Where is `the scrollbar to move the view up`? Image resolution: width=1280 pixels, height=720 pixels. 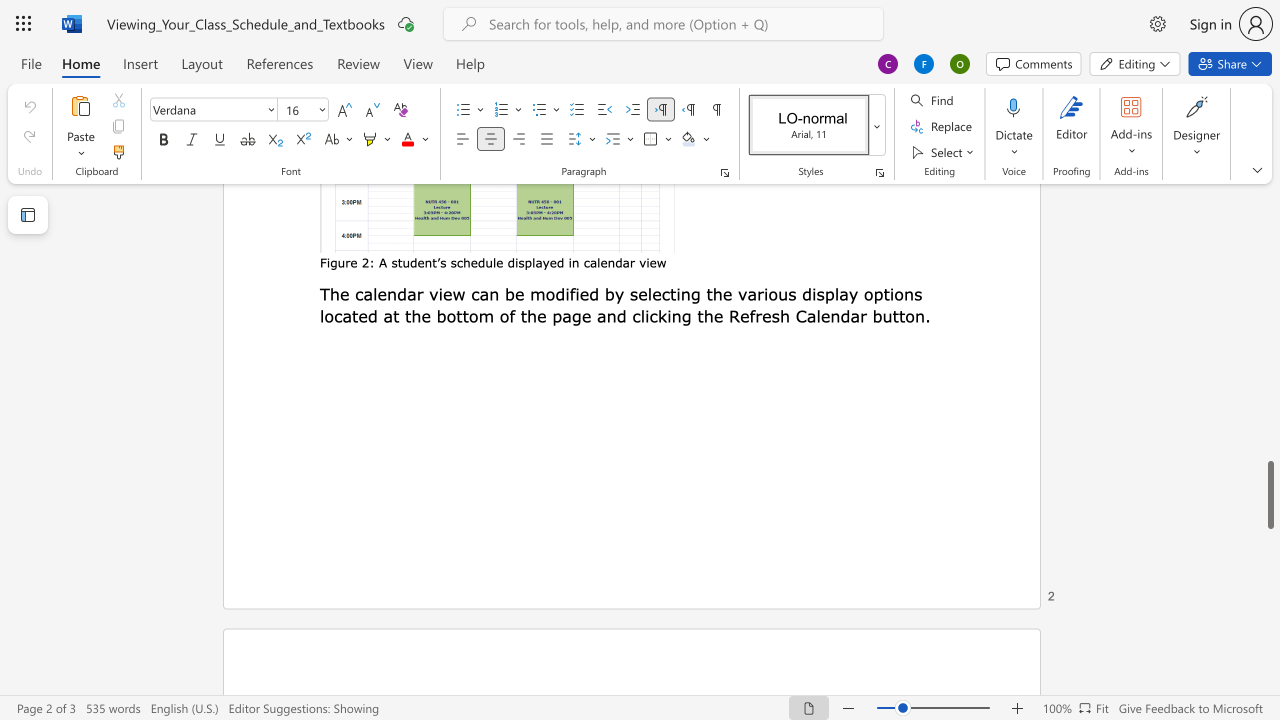 the scrollbar to move the view up is located at coordinates (1269, 438).